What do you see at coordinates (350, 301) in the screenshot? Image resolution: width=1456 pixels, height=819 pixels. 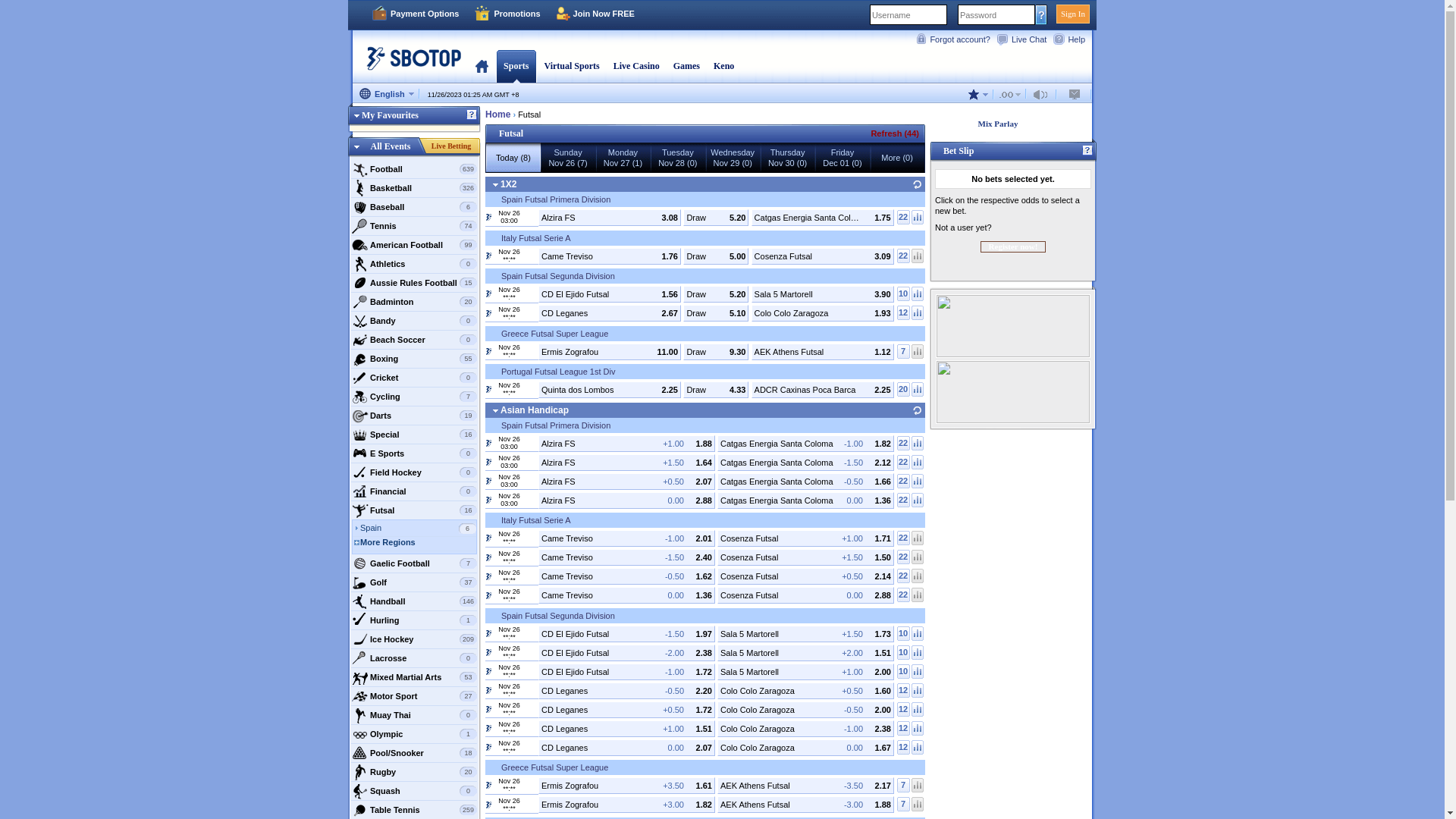 I see `'Badminton` at bounding box center [350, 301].